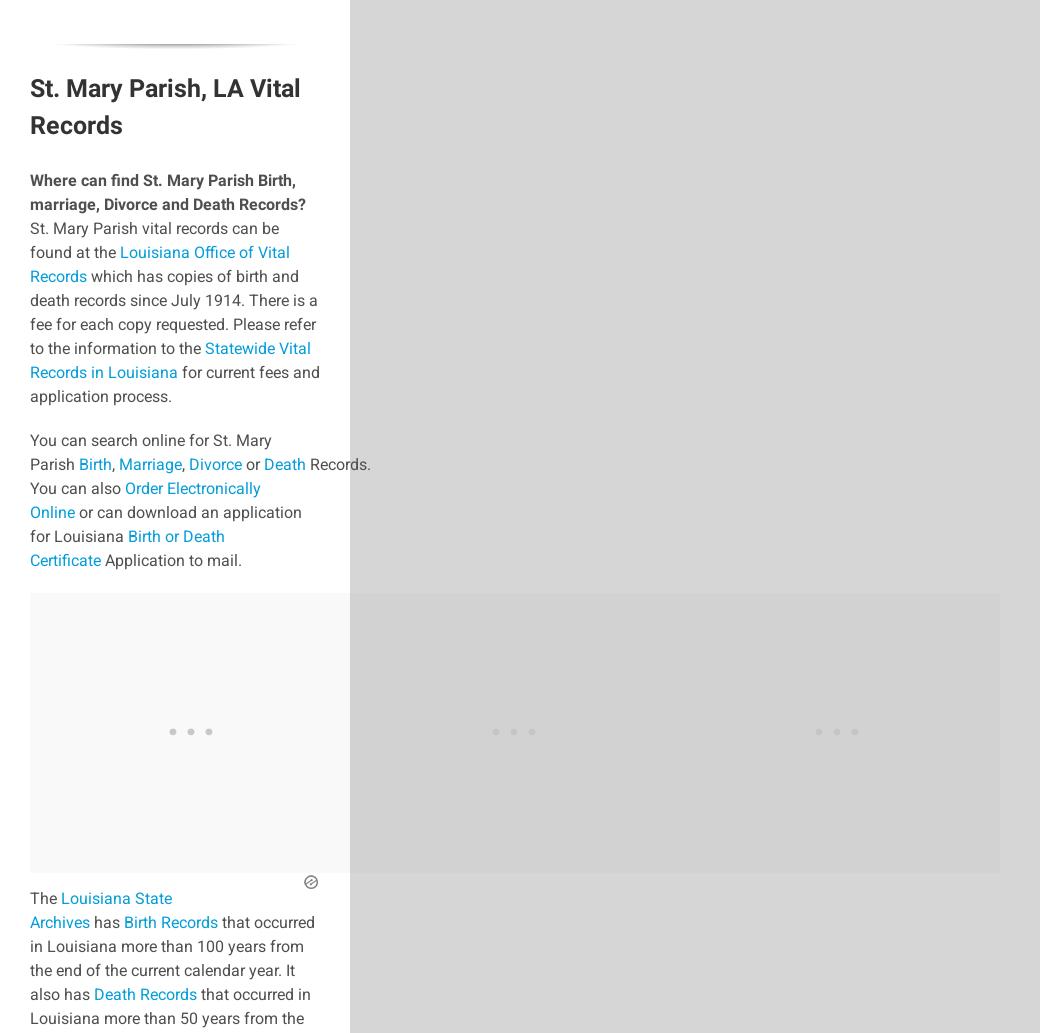 The width and height of the screenshot is (1040, 1033). What do you see at coordinates (28, 523) in the screenshot?
I see `'or can download an application for Louisiana'` at bounding box center [28, 523].